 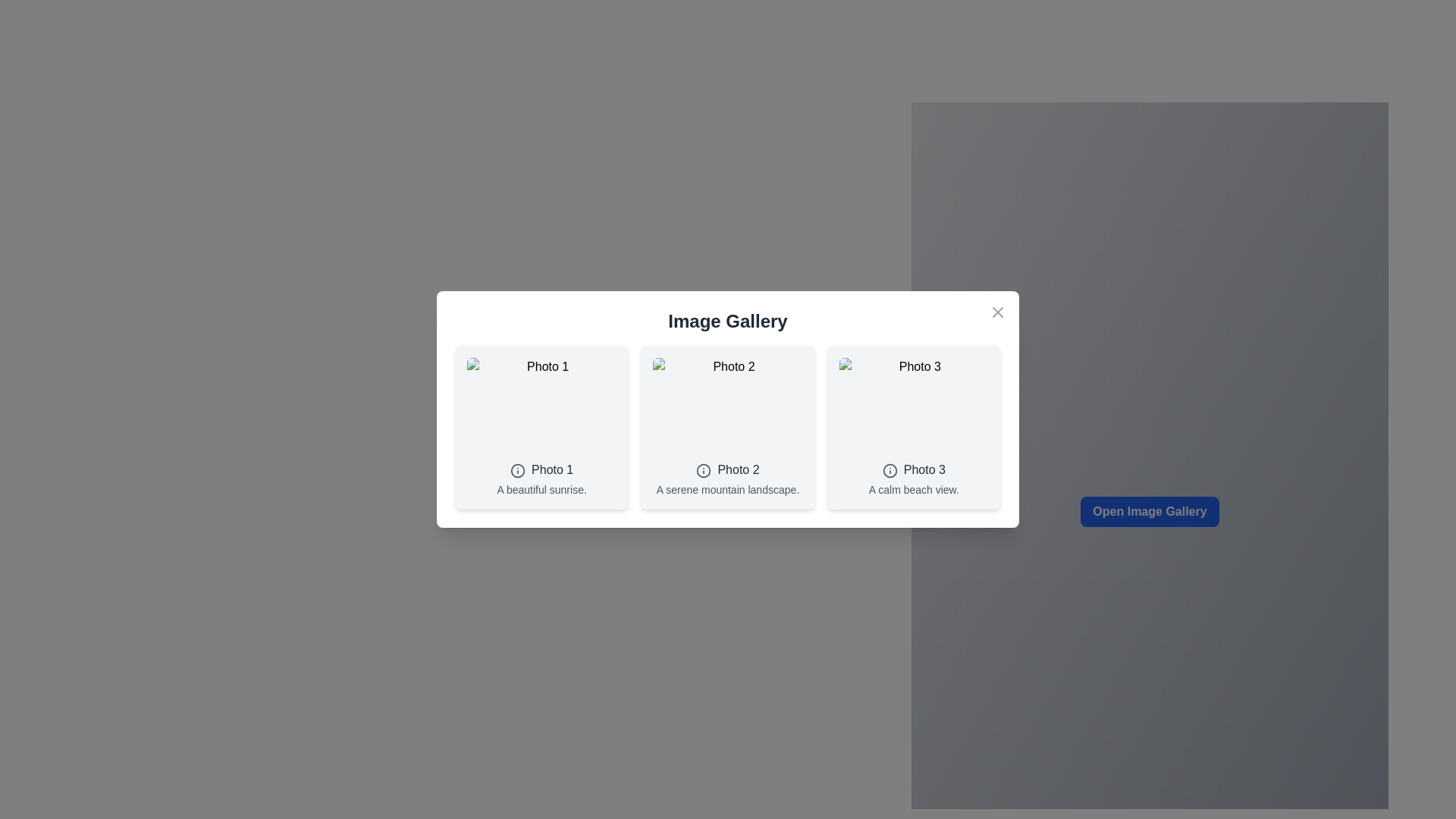 What do you see at coordinates (924, 469) in the screenshot?
I see `the text label that provides a title or identifier for the associated content in the third card of the image gallery, located just below the image thumbnail and next to a gray information icon` at bounding box center [924, 469].